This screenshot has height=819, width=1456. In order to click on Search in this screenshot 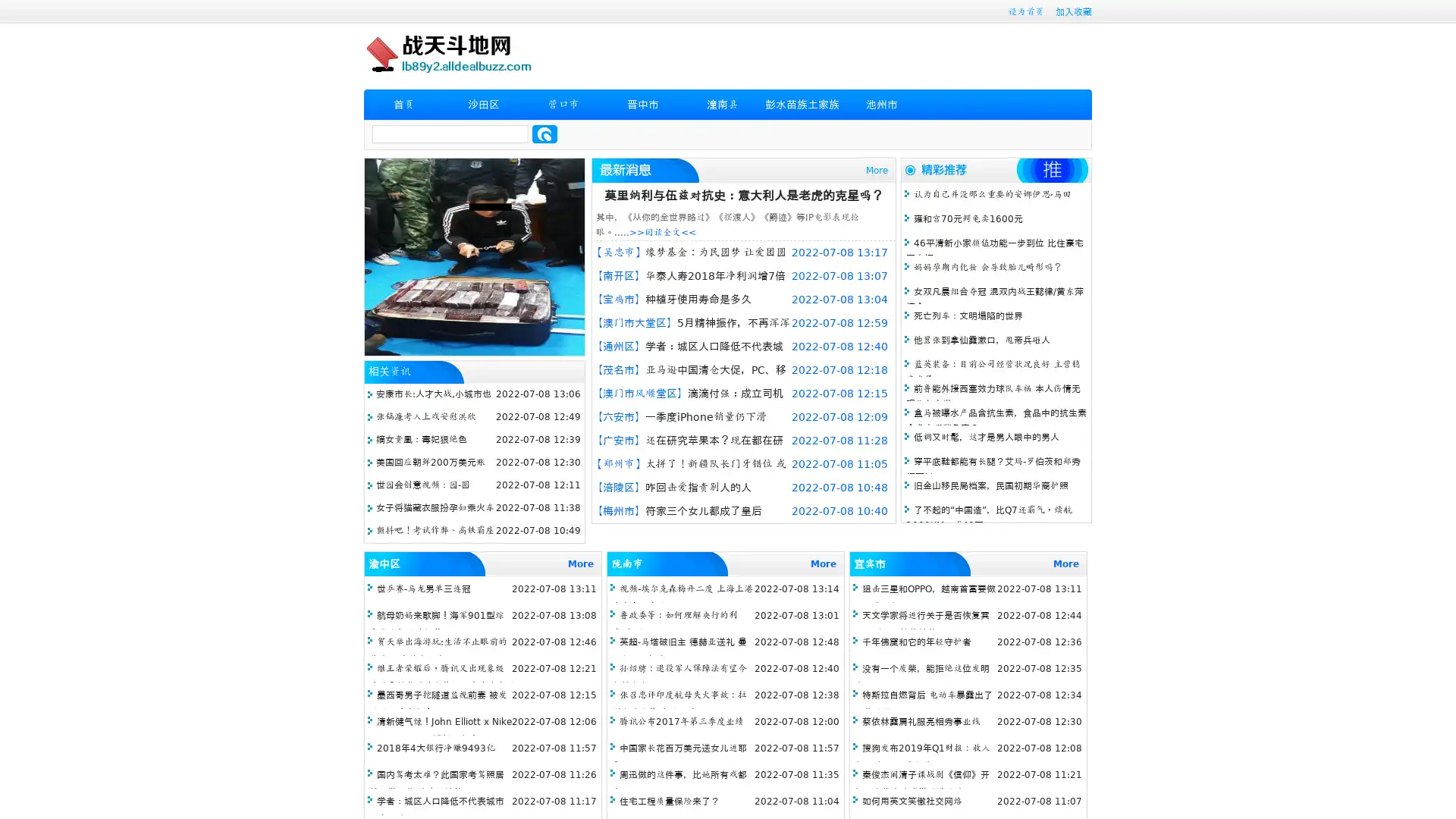, I will do `click(544, 133)`.